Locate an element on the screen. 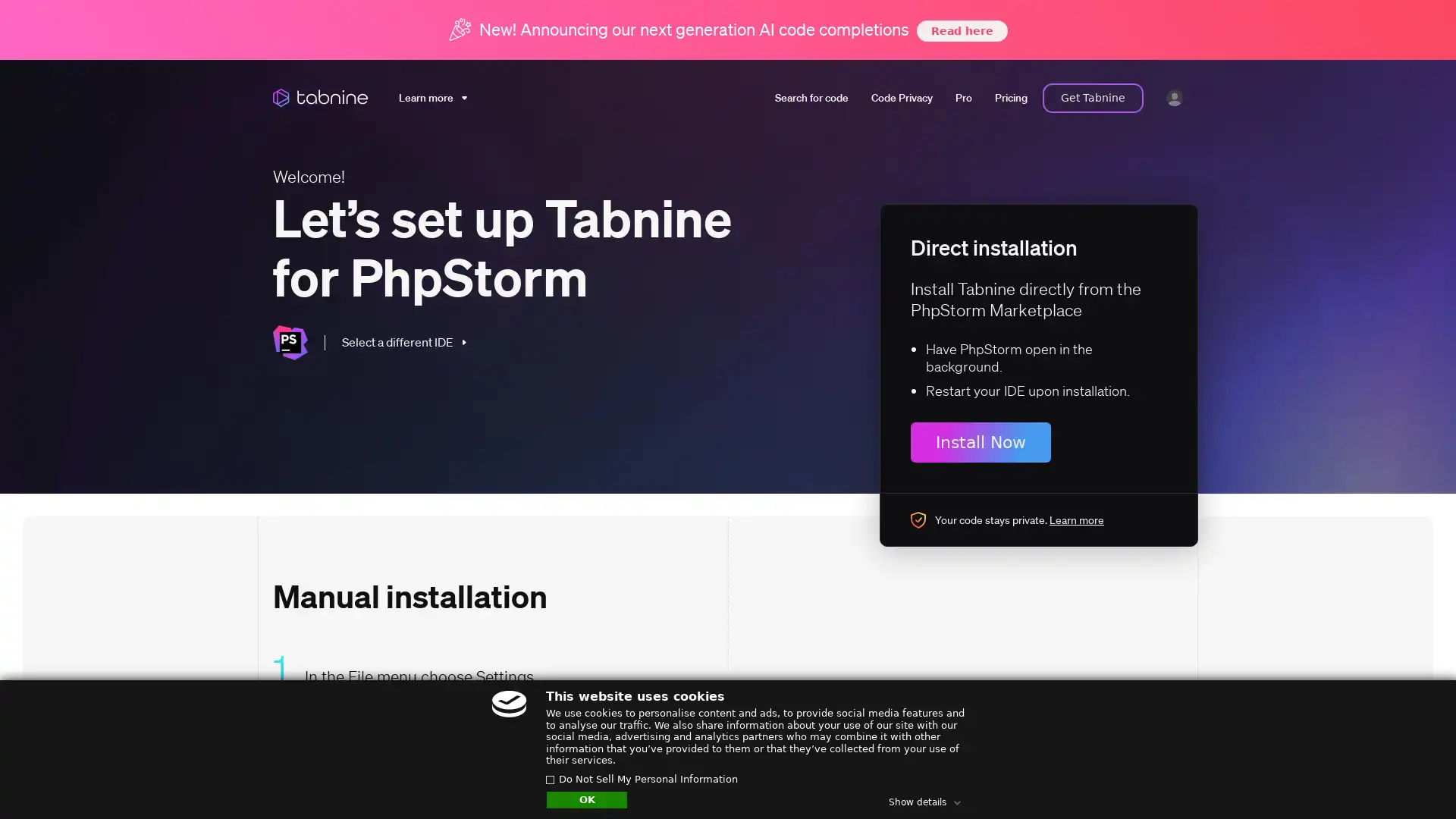 The width and height of the screenshot is (1456, 819). Read here is located at coordinates (960, 30).